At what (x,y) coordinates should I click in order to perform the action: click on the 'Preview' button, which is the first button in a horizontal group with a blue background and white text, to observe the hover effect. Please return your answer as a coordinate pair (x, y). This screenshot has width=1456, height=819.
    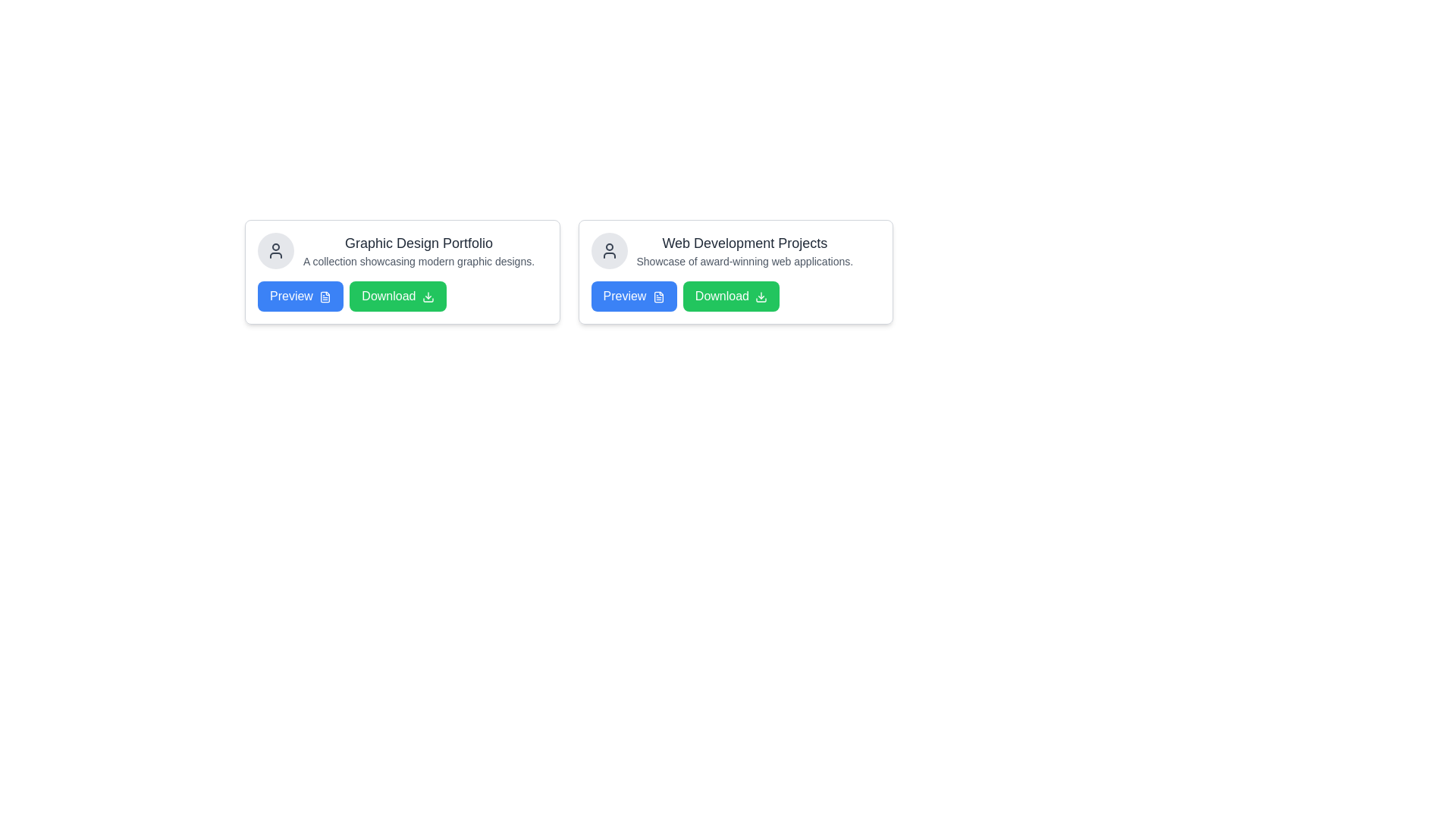
    Looking at the image, I should click on (634, 296).